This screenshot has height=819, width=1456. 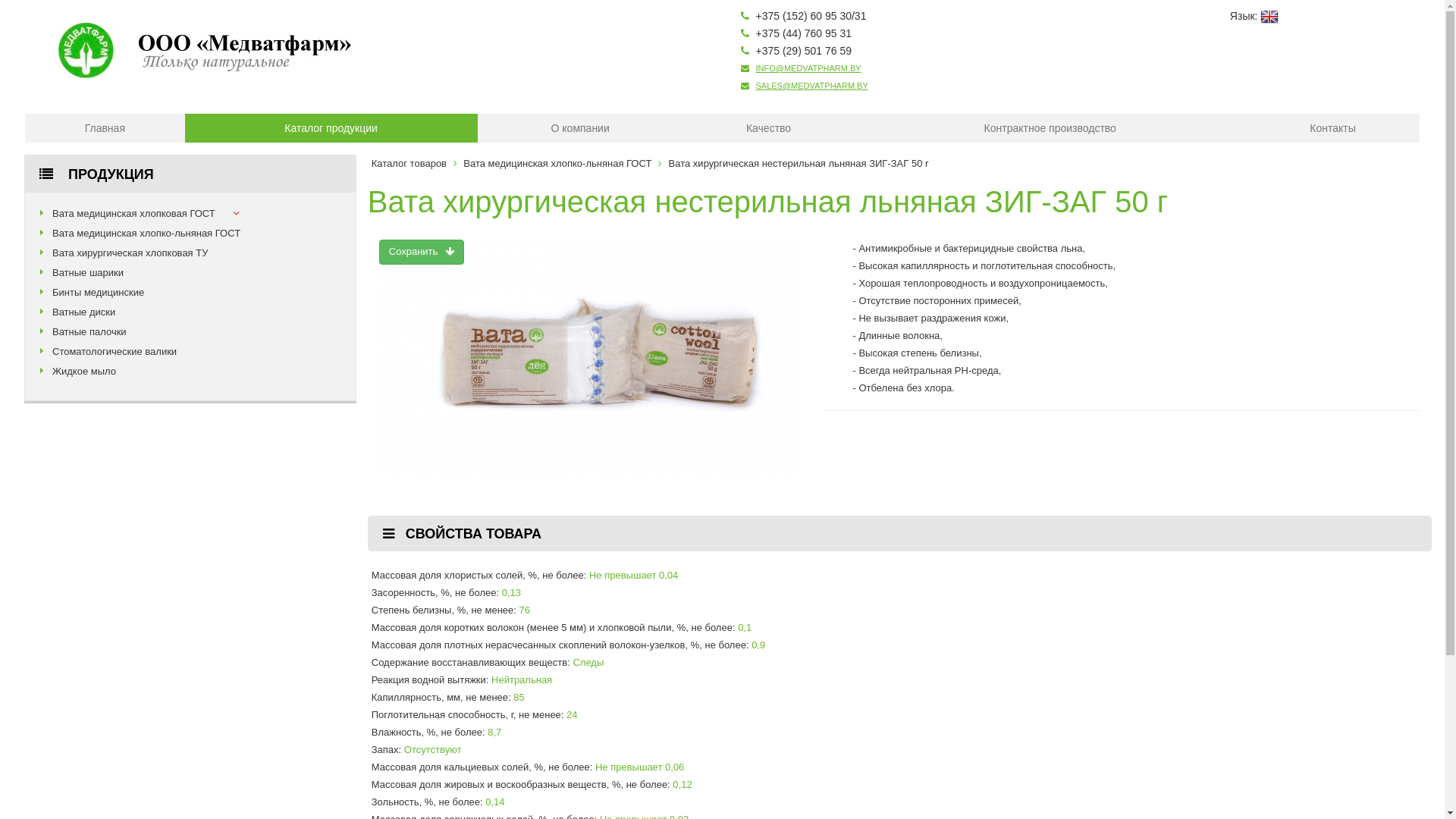 What do you see at coordinates (811, 85) in the screenshot?
I see `'SALES@MEDVATPHARM.BY'` at bounding box center [811, 85].